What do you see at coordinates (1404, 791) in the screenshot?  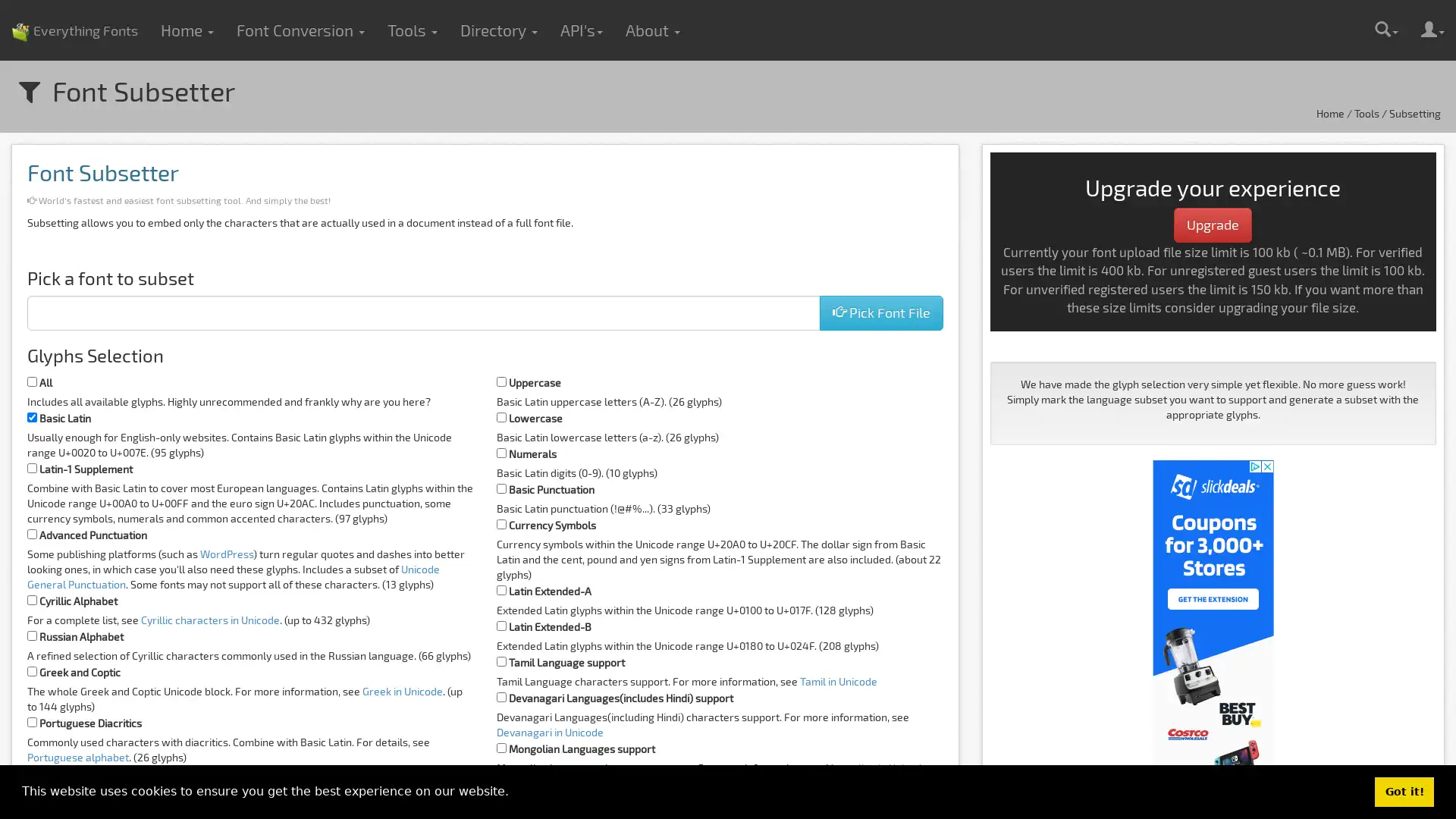 I see `dismiss cookie message` at bounding box center [1404, 791].